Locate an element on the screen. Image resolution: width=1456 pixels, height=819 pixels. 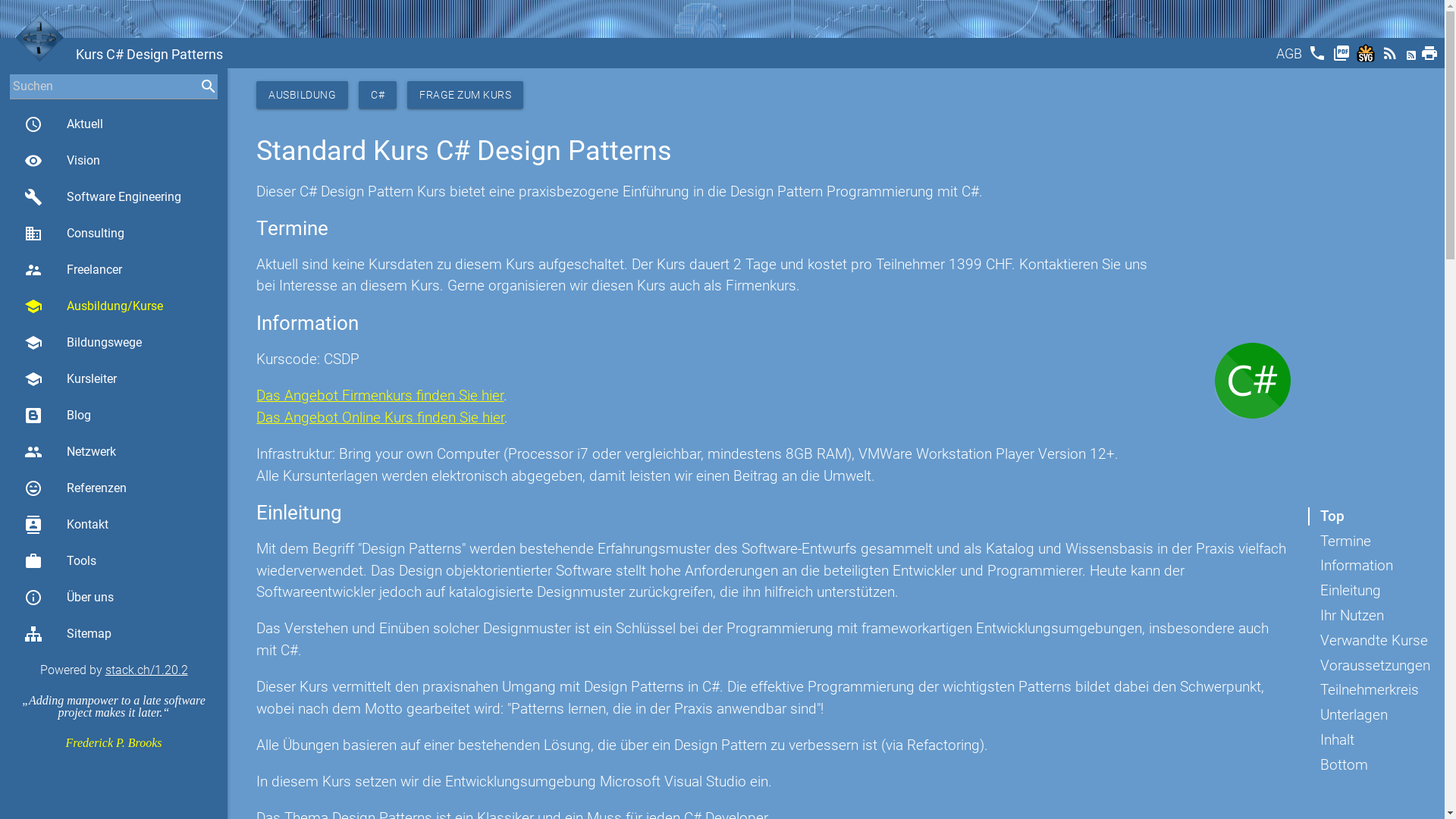
'AUSBILDUNG' is located at coordinates (302, 94).